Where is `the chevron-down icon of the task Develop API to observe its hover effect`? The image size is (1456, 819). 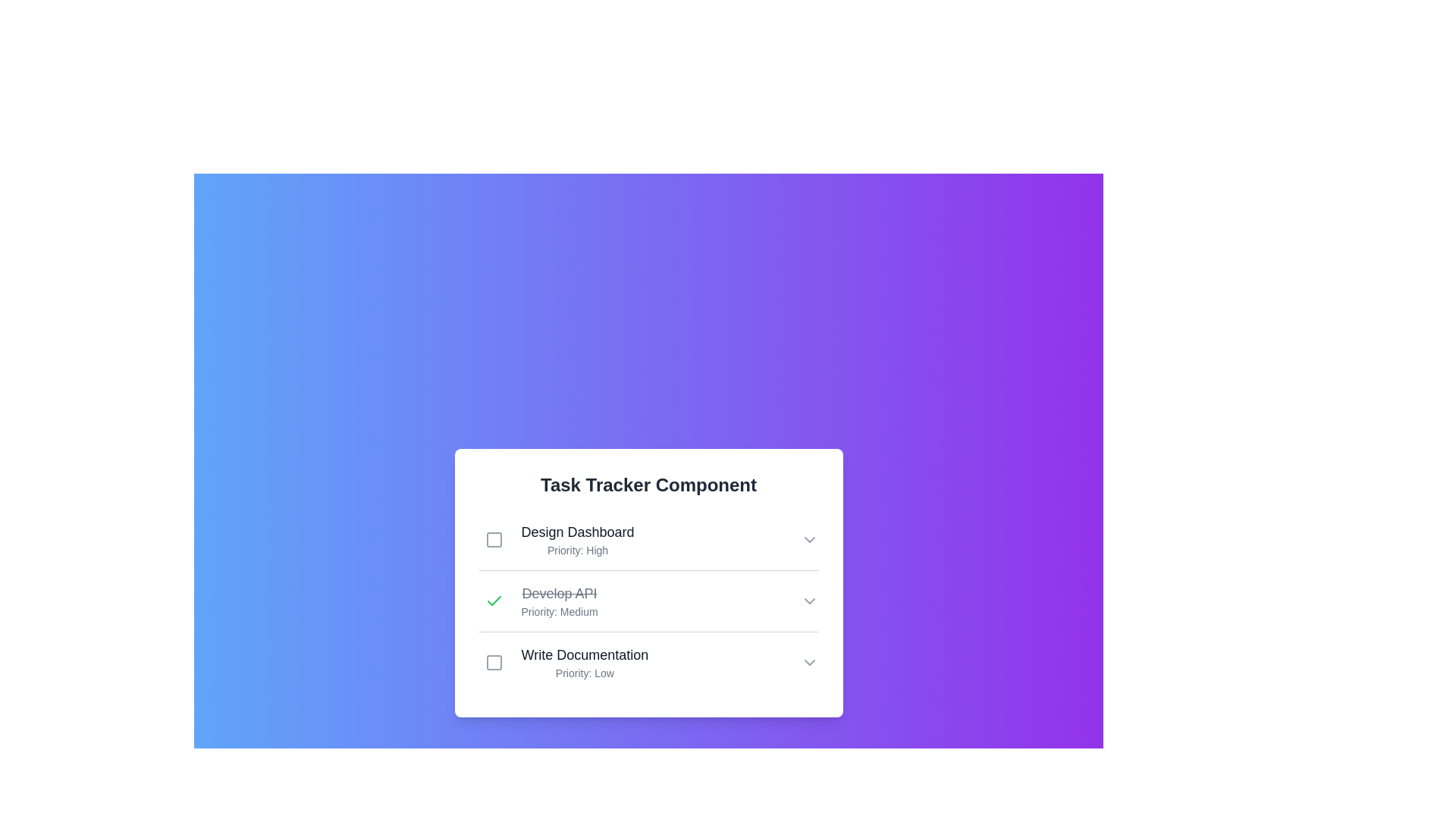 the chevron-down icon of the task Develop API to observe its hover effect is located at coordinates (808, 601).